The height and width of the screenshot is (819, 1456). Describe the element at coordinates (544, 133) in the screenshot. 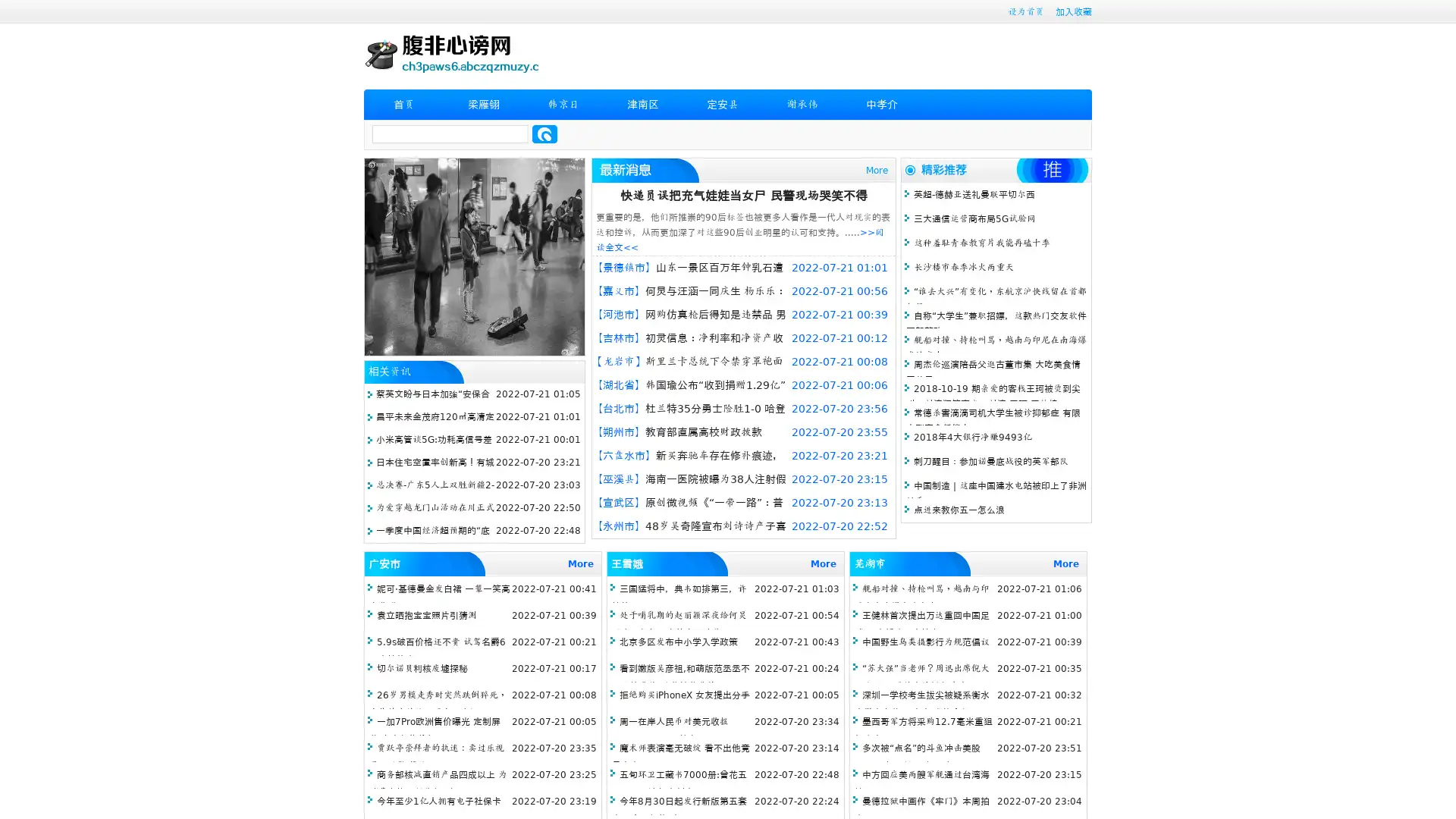

I see `Search` at that location.